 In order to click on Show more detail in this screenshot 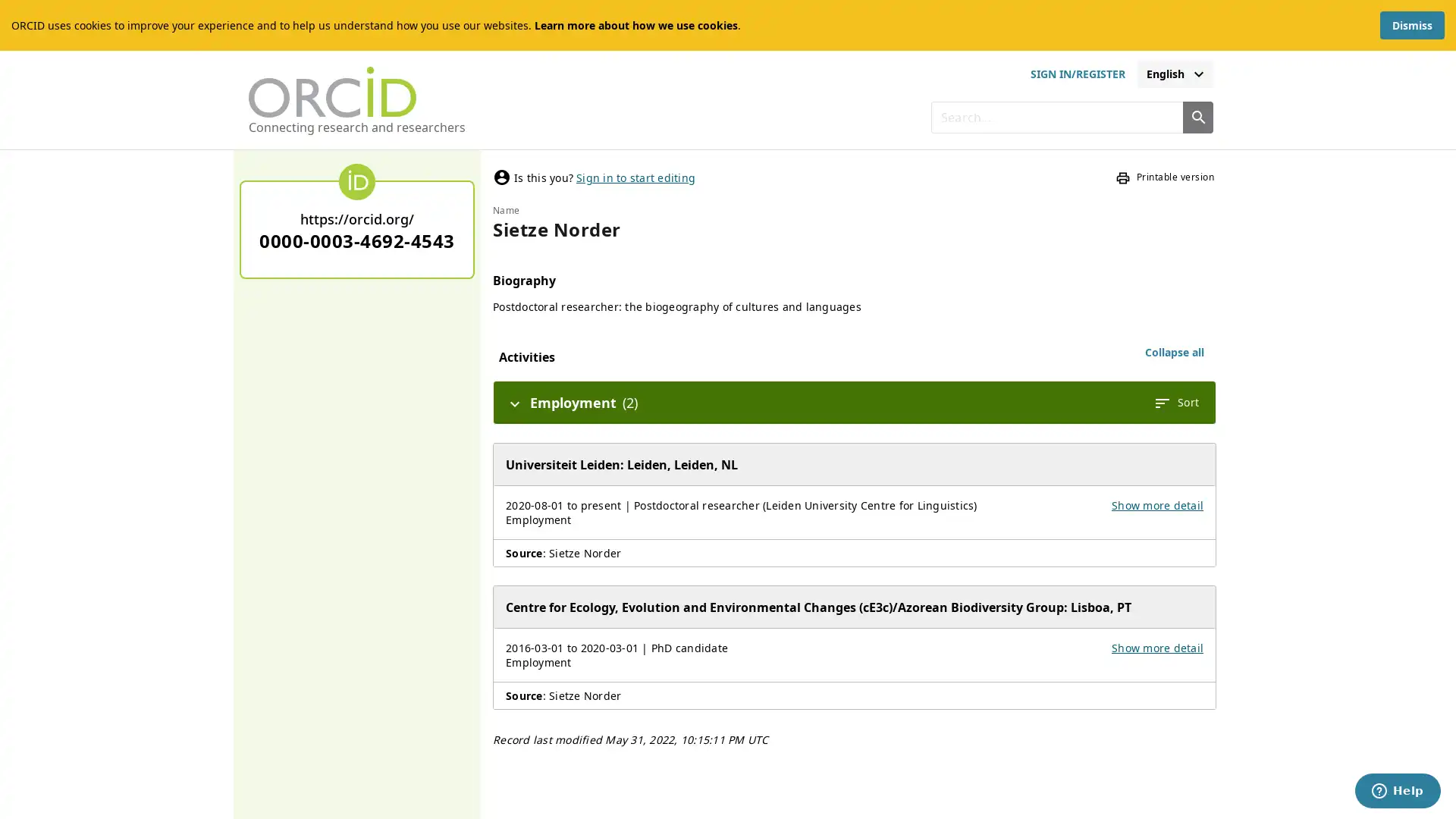, I will do `click(1156, 505)`.